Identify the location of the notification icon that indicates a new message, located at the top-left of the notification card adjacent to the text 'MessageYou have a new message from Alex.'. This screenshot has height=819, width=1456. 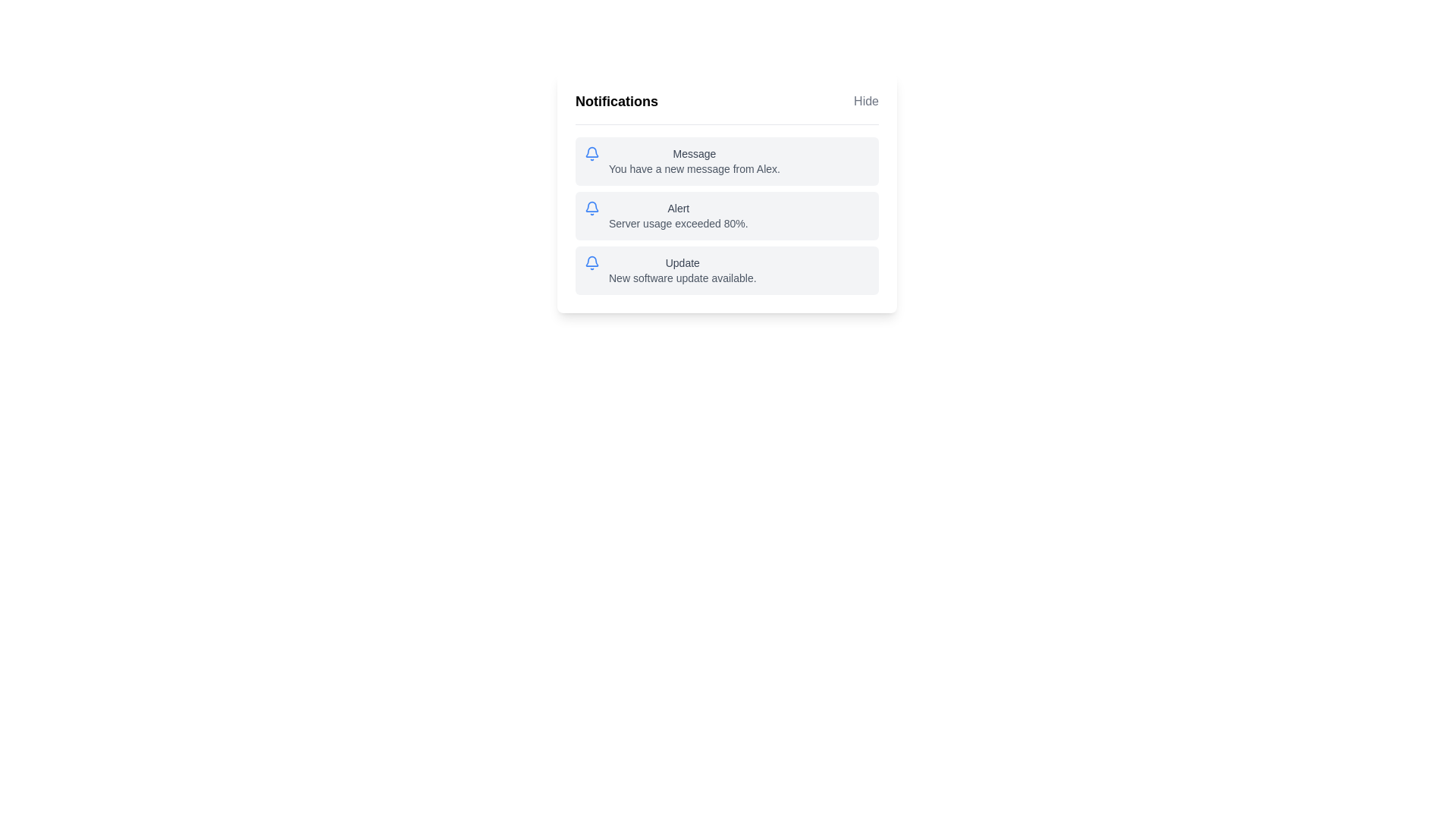
(591, 154).